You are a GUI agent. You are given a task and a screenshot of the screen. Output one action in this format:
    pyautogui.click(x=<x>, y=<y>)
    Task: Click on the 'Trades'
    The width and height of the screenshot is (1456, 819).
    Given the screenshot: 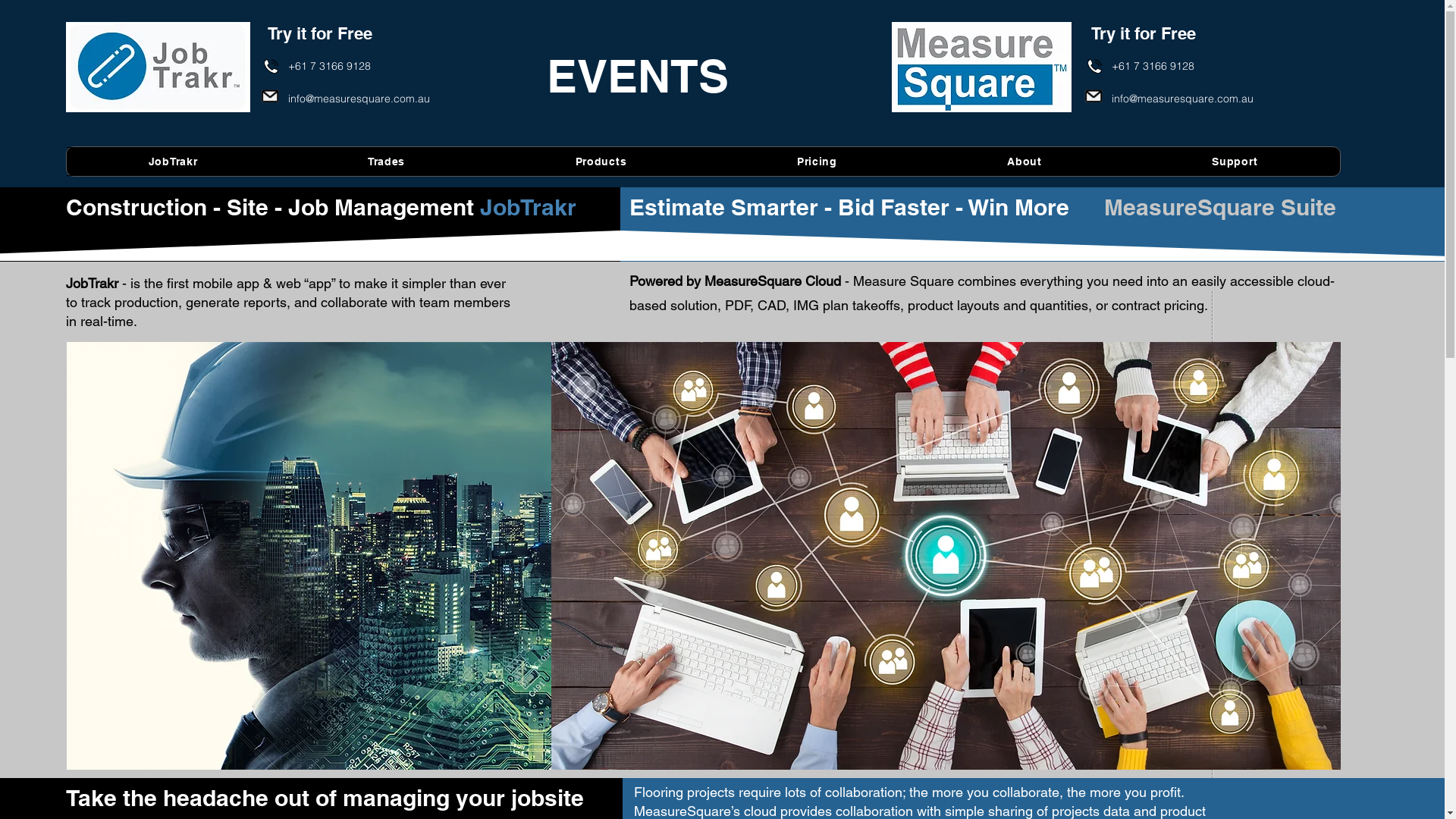 What is the action you would take?
    pyautogui.click(x=386, y=161)
    